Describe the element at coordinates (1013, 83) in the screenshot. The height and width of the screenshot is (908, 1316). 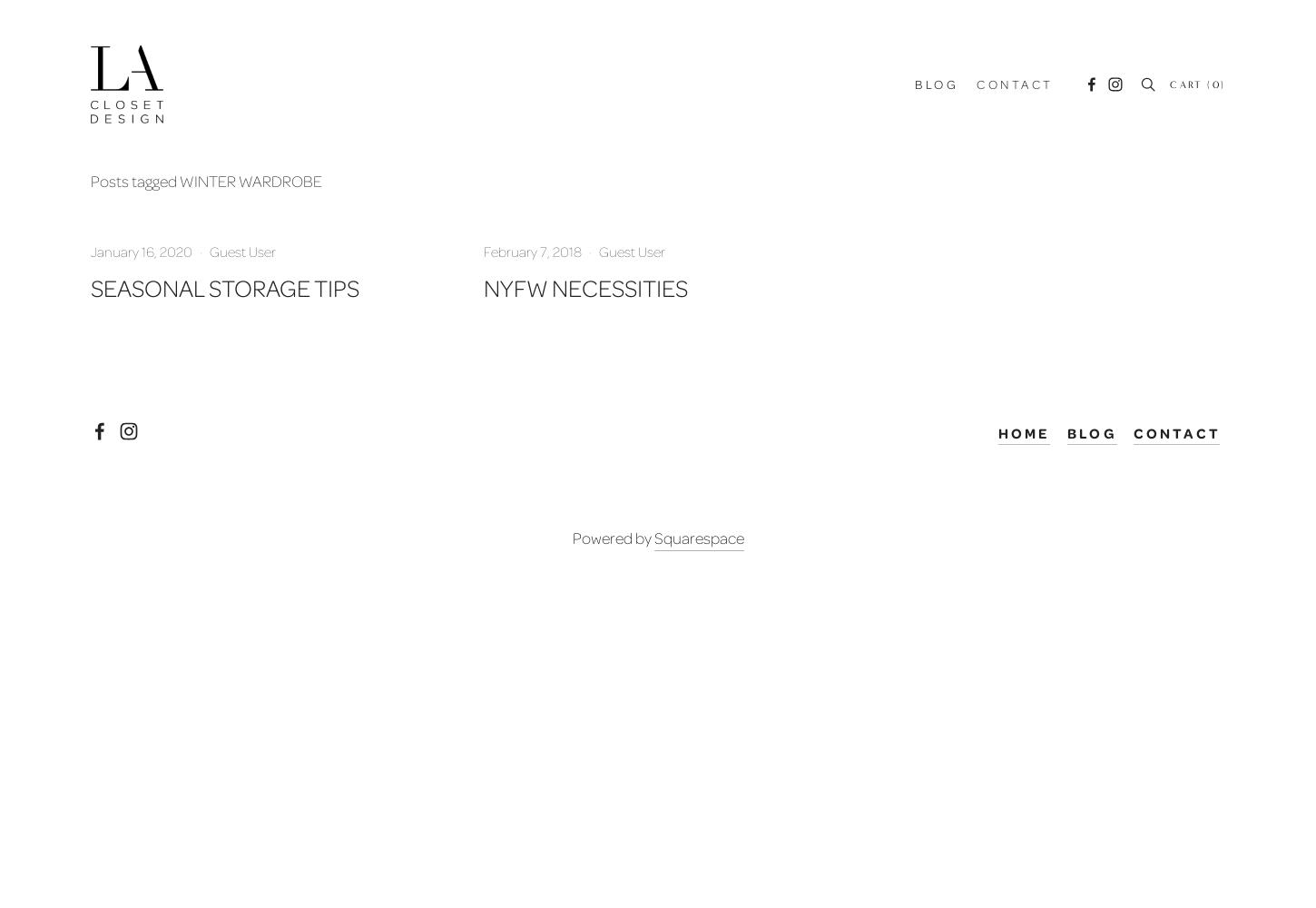
I see `'CONTACT'` at that location.